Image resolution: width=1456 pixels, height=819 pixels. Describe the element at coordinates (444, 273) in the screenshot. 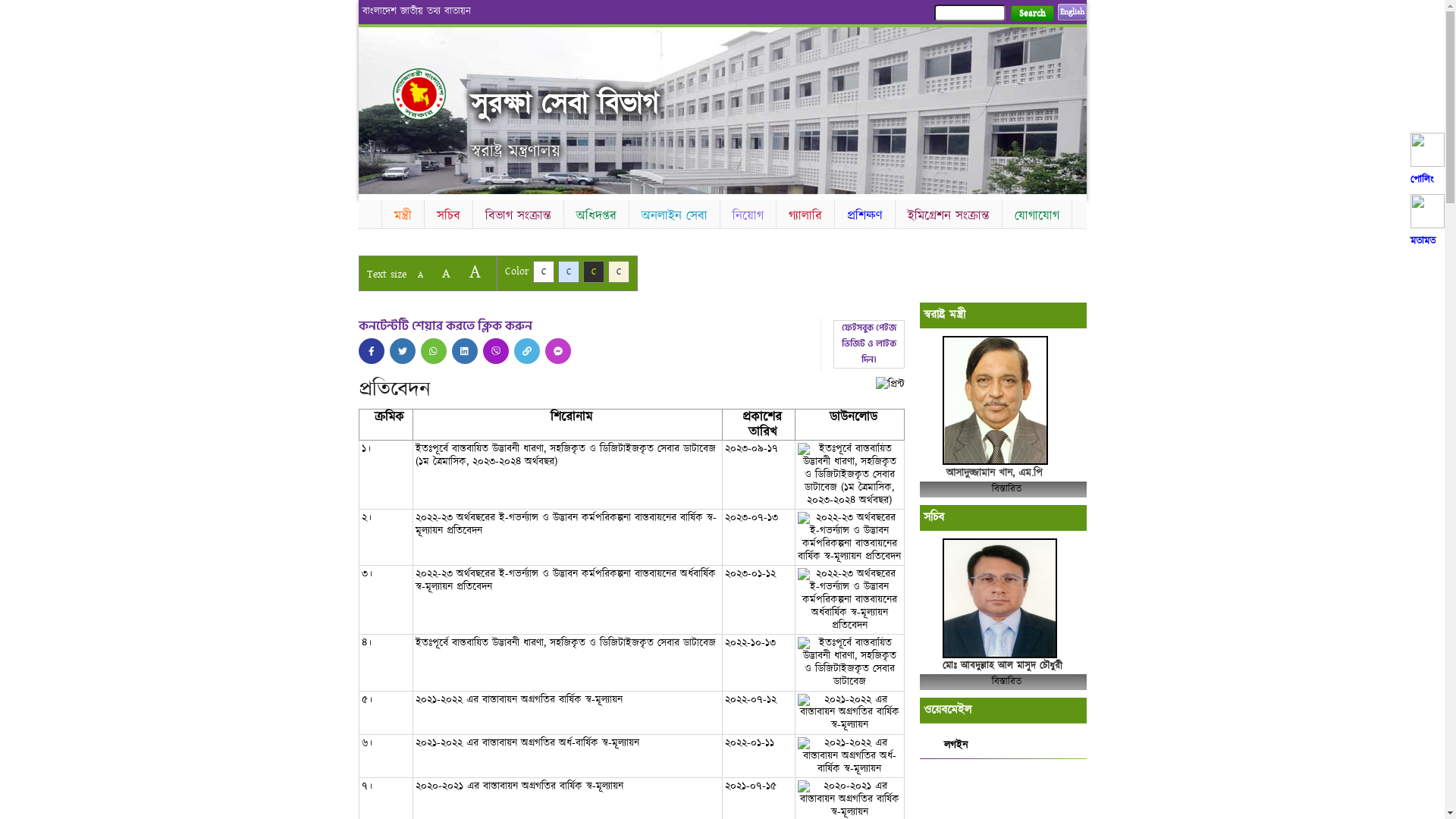

I see `'A'` at that location.